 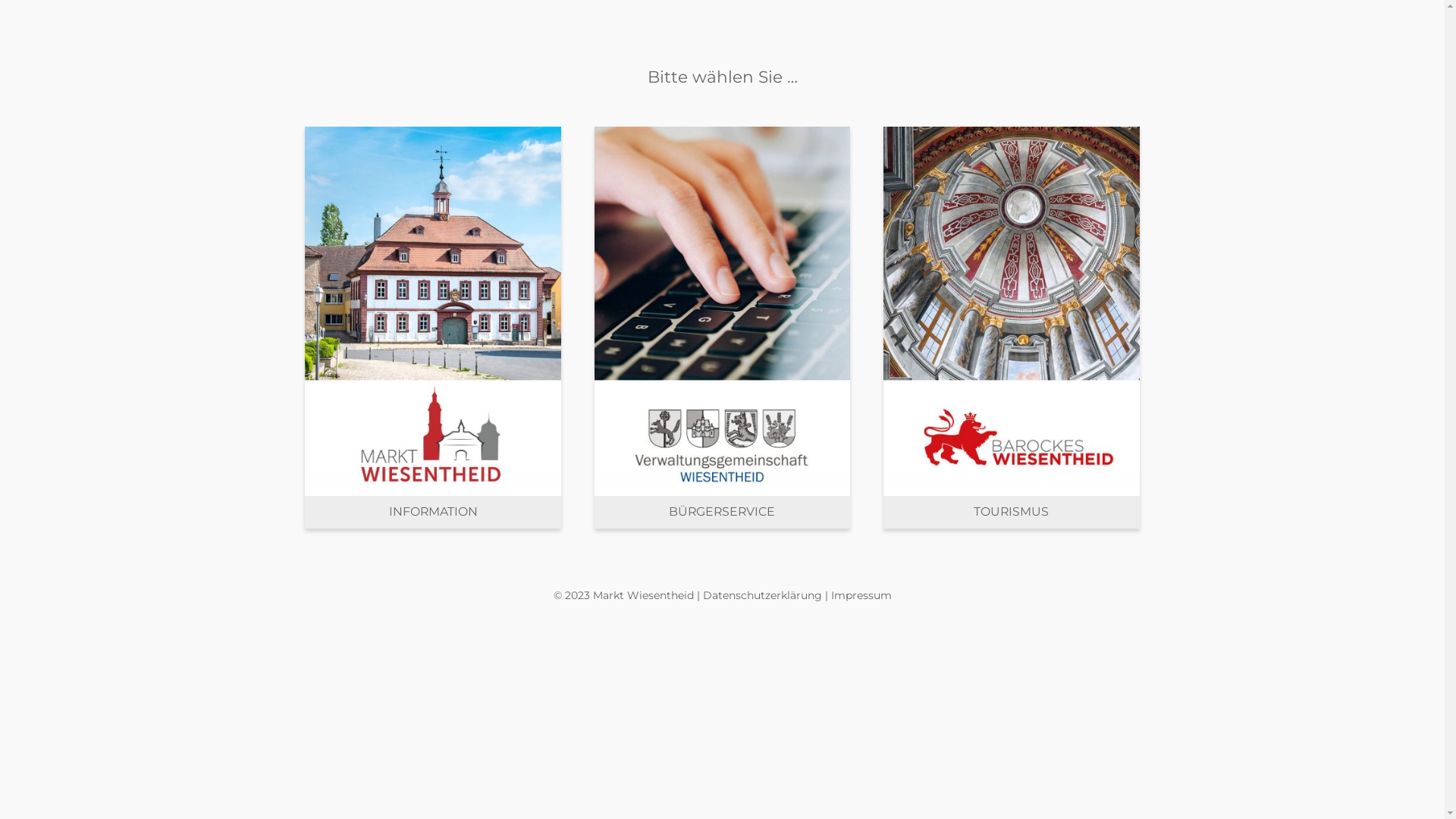 I want to click on 'Impressum', so click(x=861, y=595).